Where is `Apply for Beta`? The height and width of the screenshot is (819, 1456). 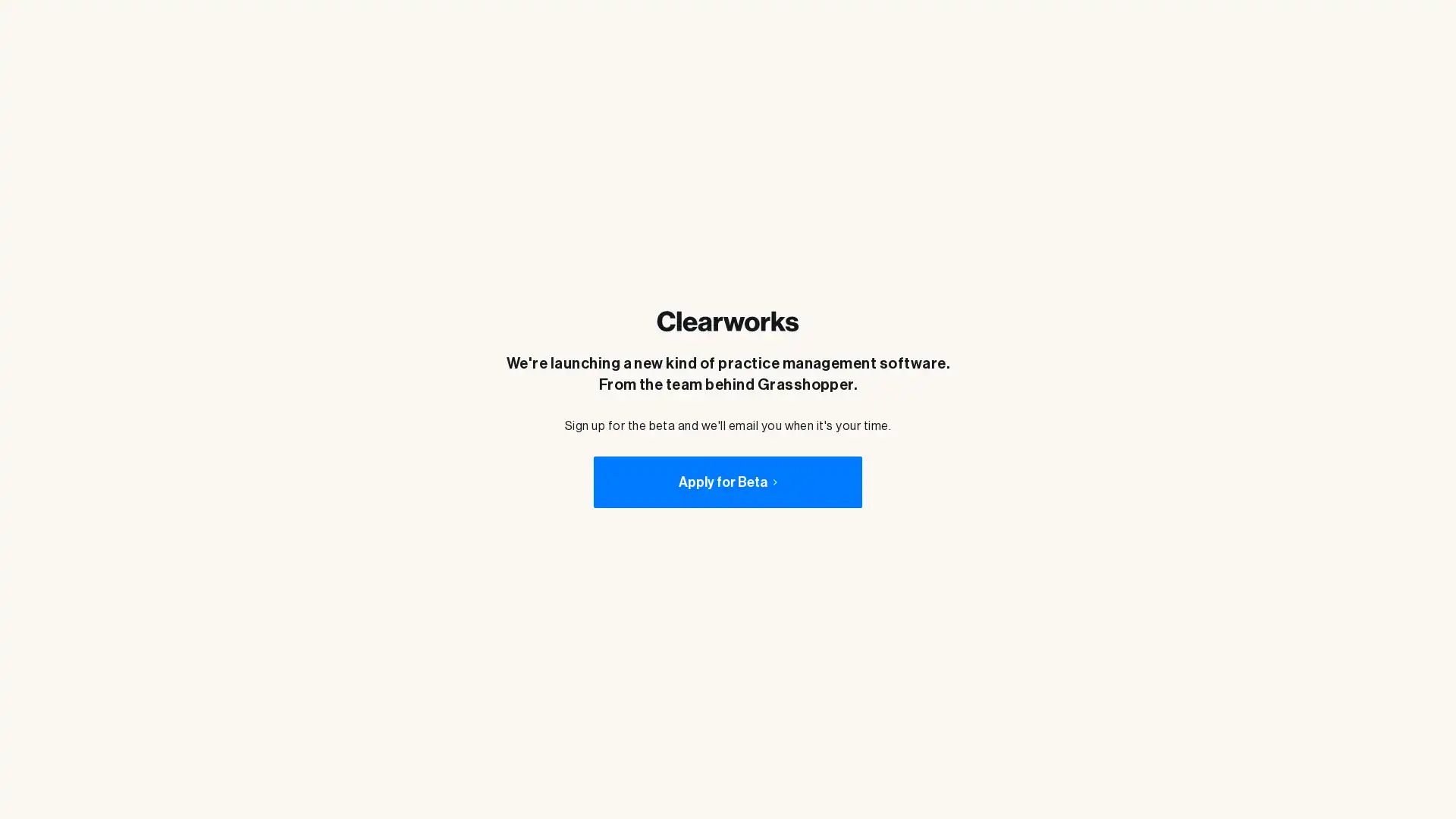 Apply for Beta is located at coordinates (726, 482).